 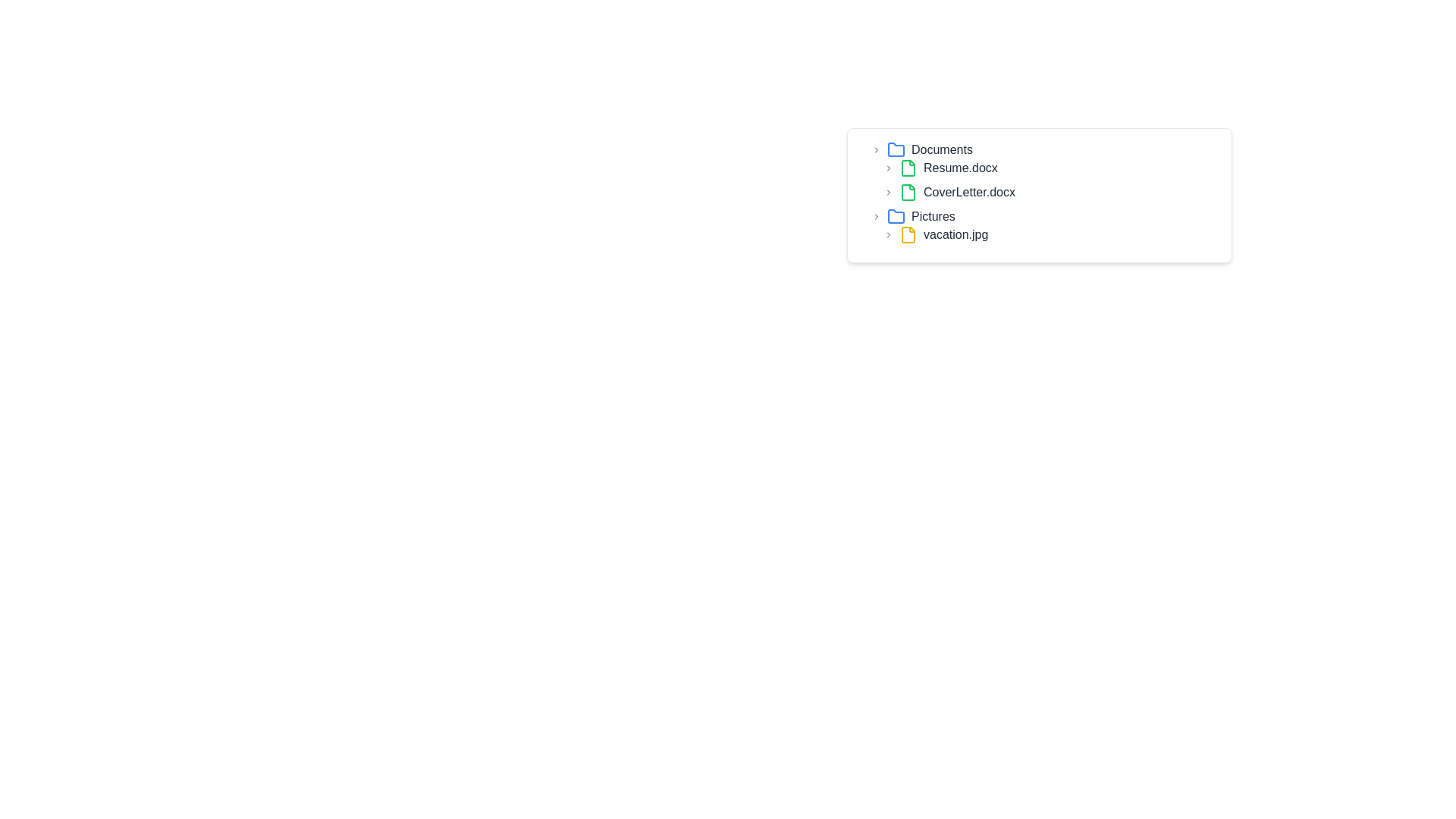 I want to click on the chevron icon to the left of the 'Resume.docx' file in the file navigation panel, so click(x=888, y=168).